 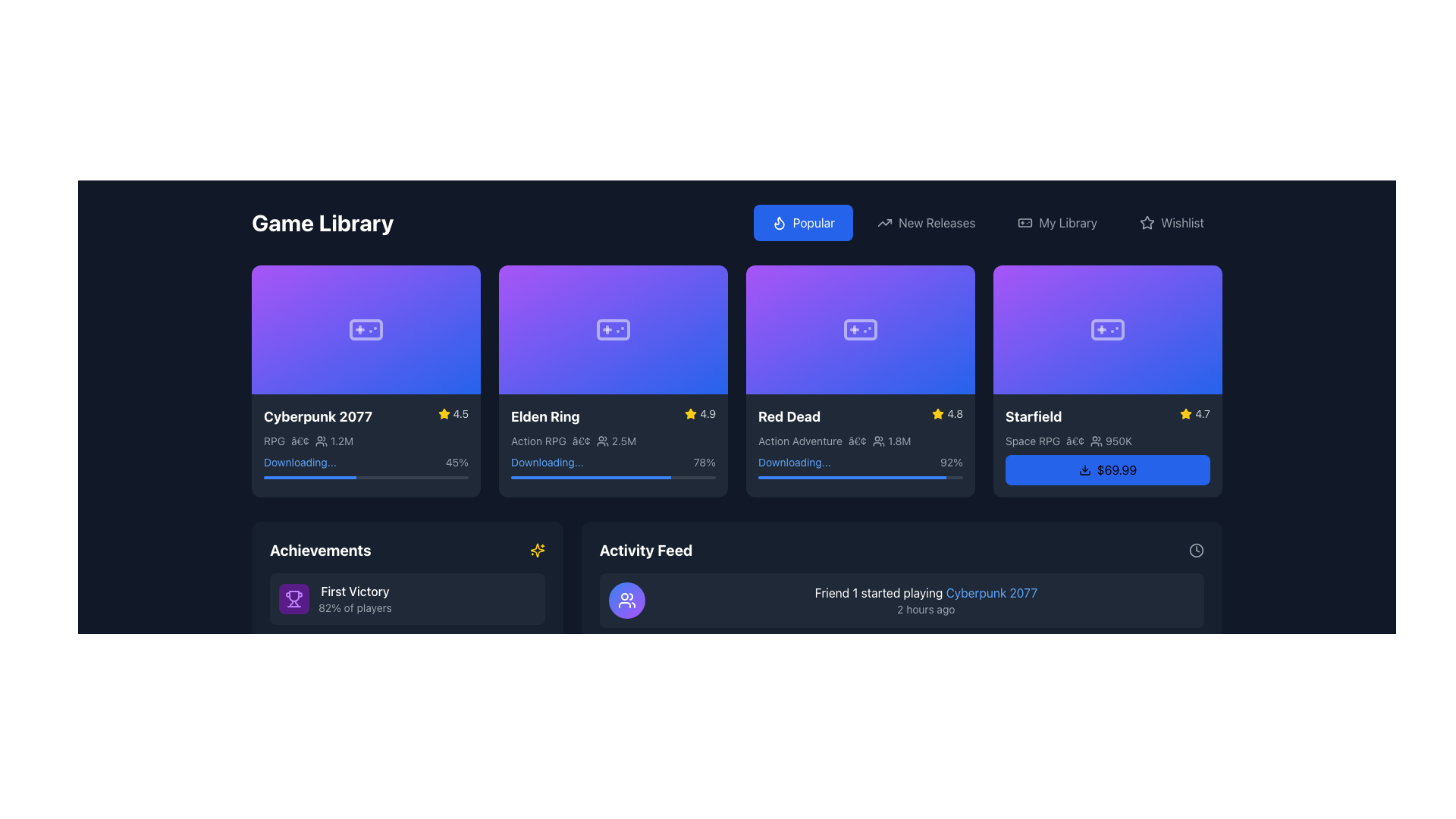 What do you see at coordinates (1107, 328) in the screenshot?
I see `the game controller icon located in the fourth card from the left in the 'Game Library' section` at bounding box center [1107, 328].